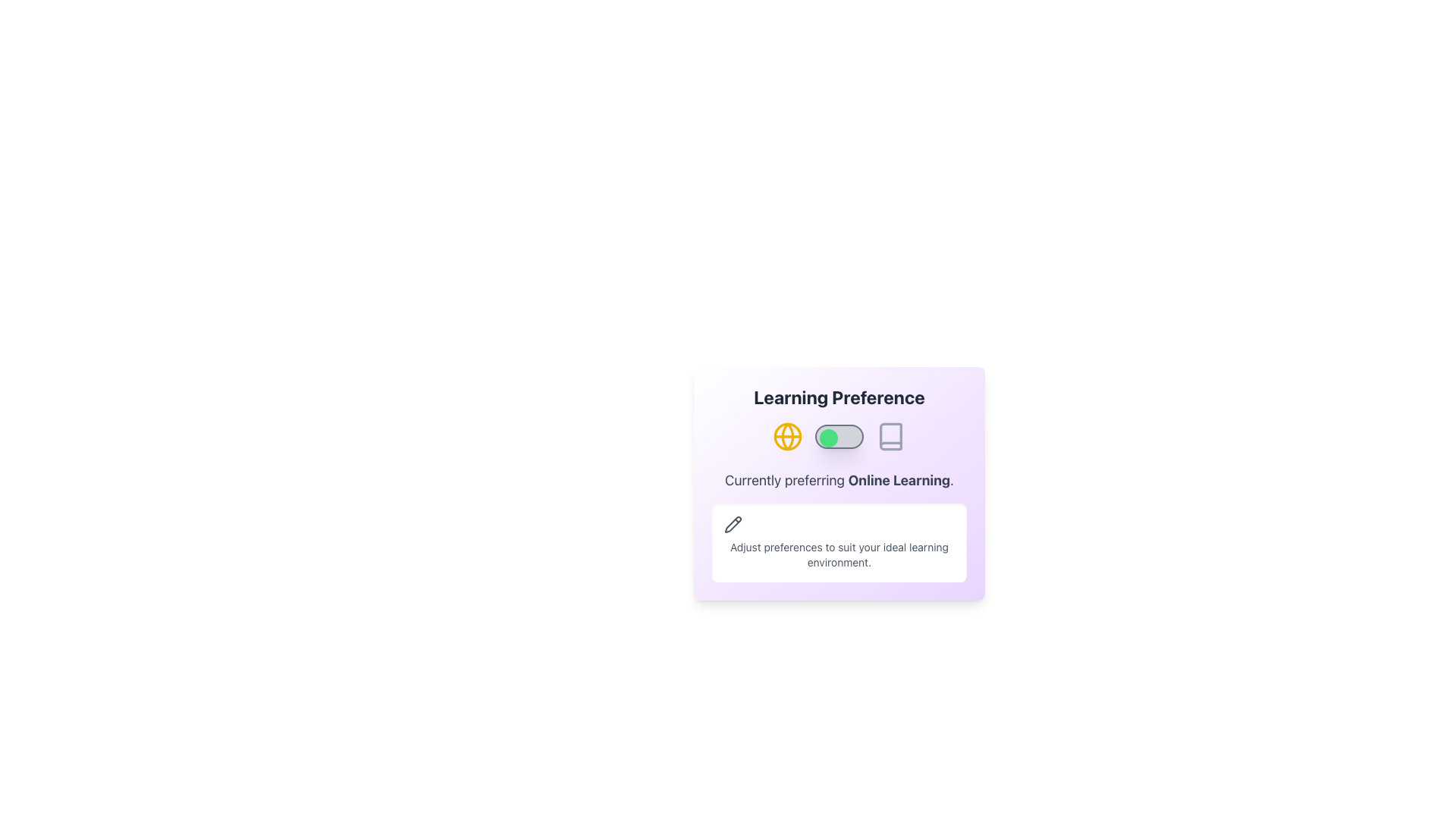 This screenshot has height=819, width=1456. What do you see at coordinates (891, 436) in the screenshot?
I see `the book icon in the 'Learning Preference' section` at bounding box center [891, 436].